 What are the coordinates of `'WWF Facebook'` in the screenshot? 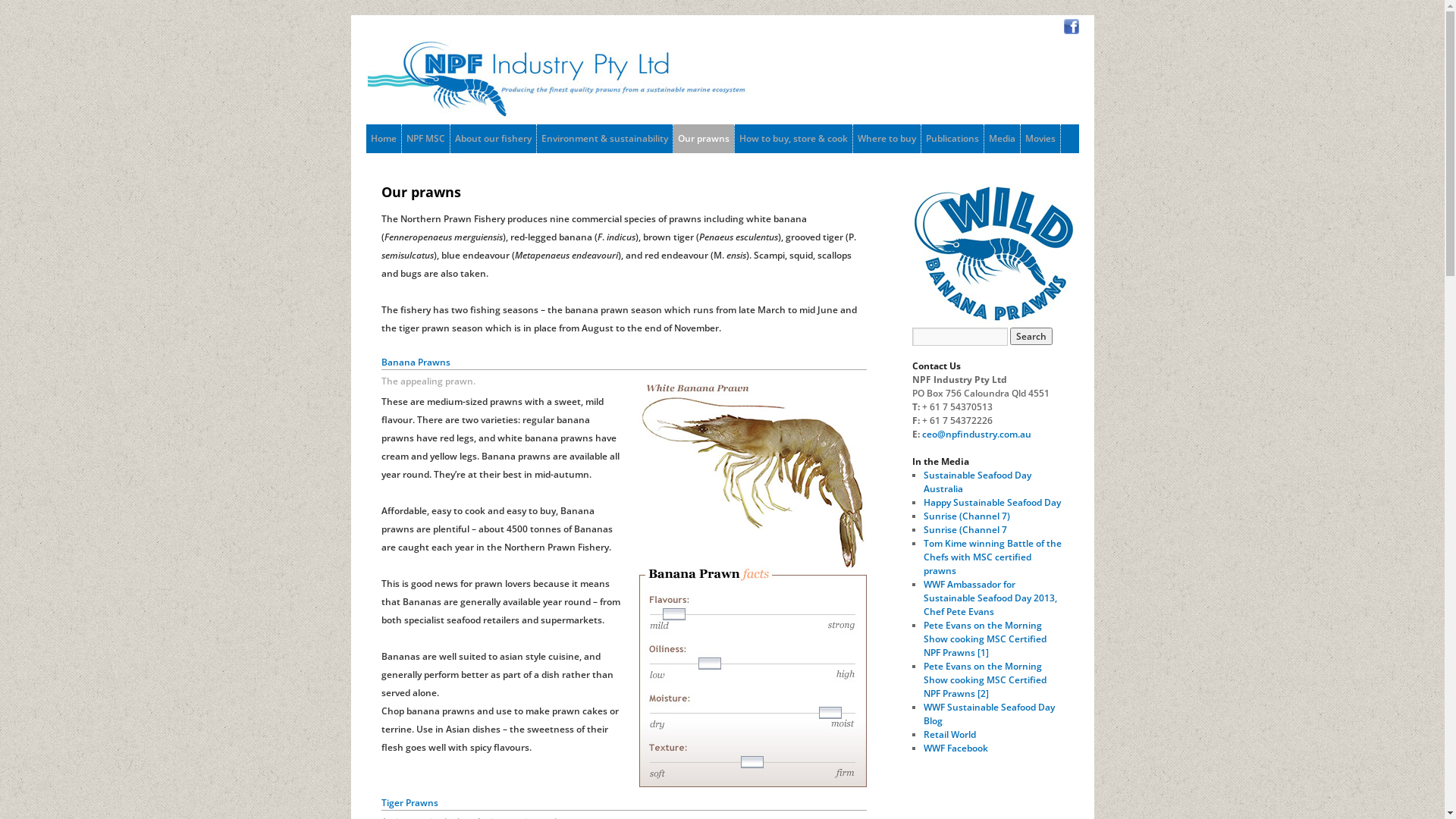 It's located at (955, 747).